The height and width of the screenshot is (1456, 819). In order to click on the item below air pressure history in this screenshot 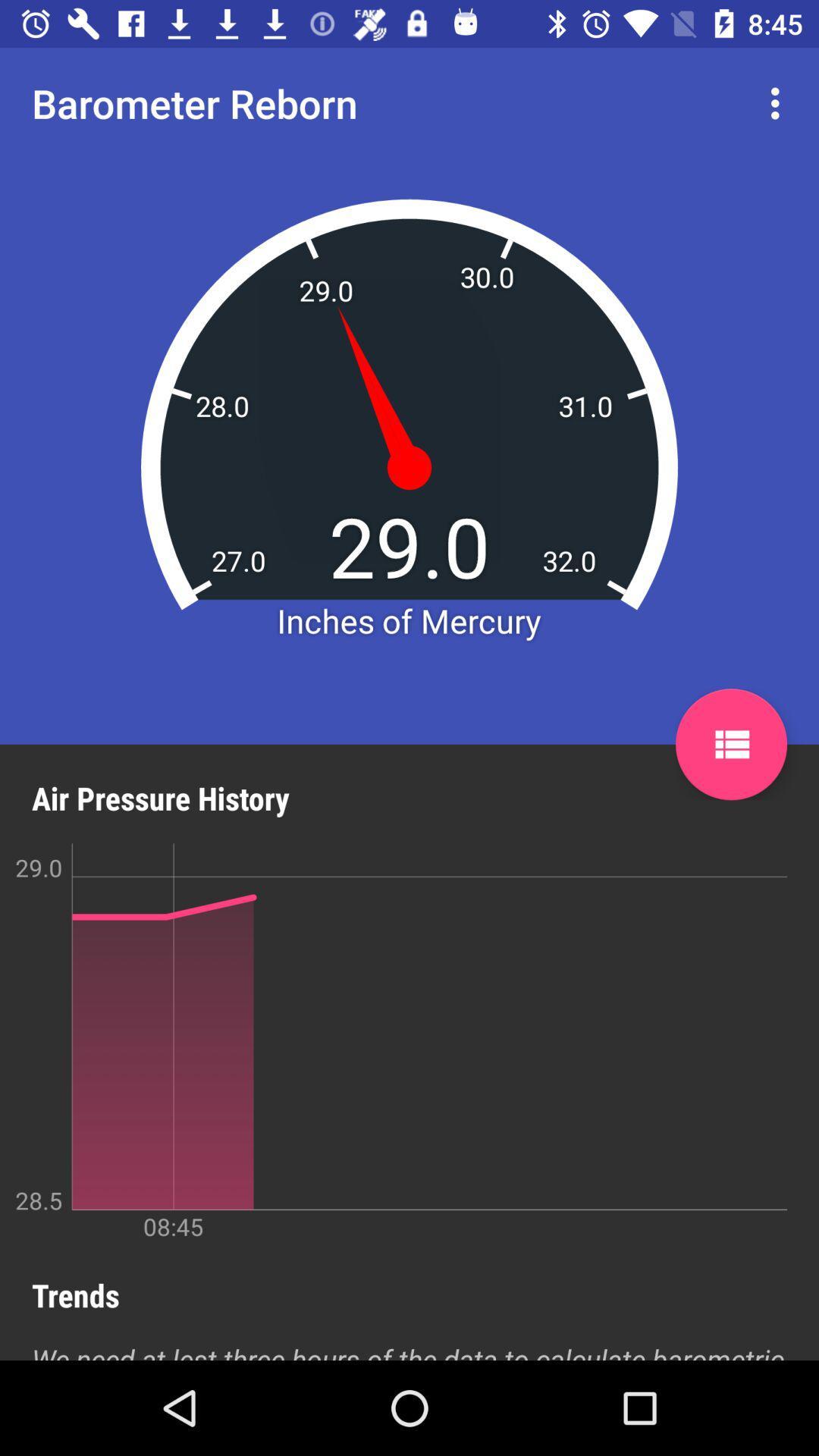, I will do `click(393, 1041)`.